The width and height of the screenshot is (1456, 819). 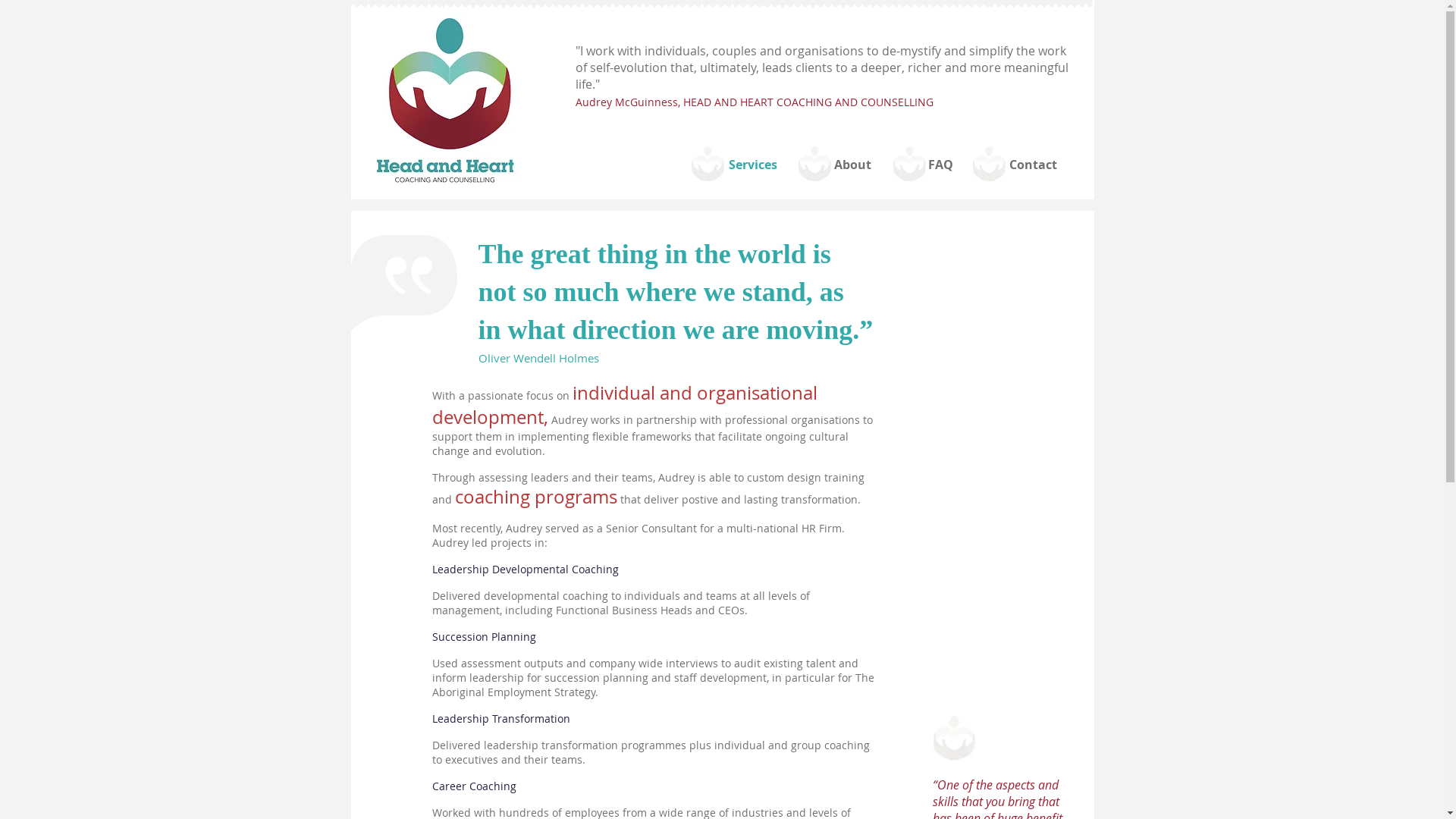 What do you see at coordinates (1032, 165) in the screenshot?
I see `'Contact'` at bounding box center [1032, 165].